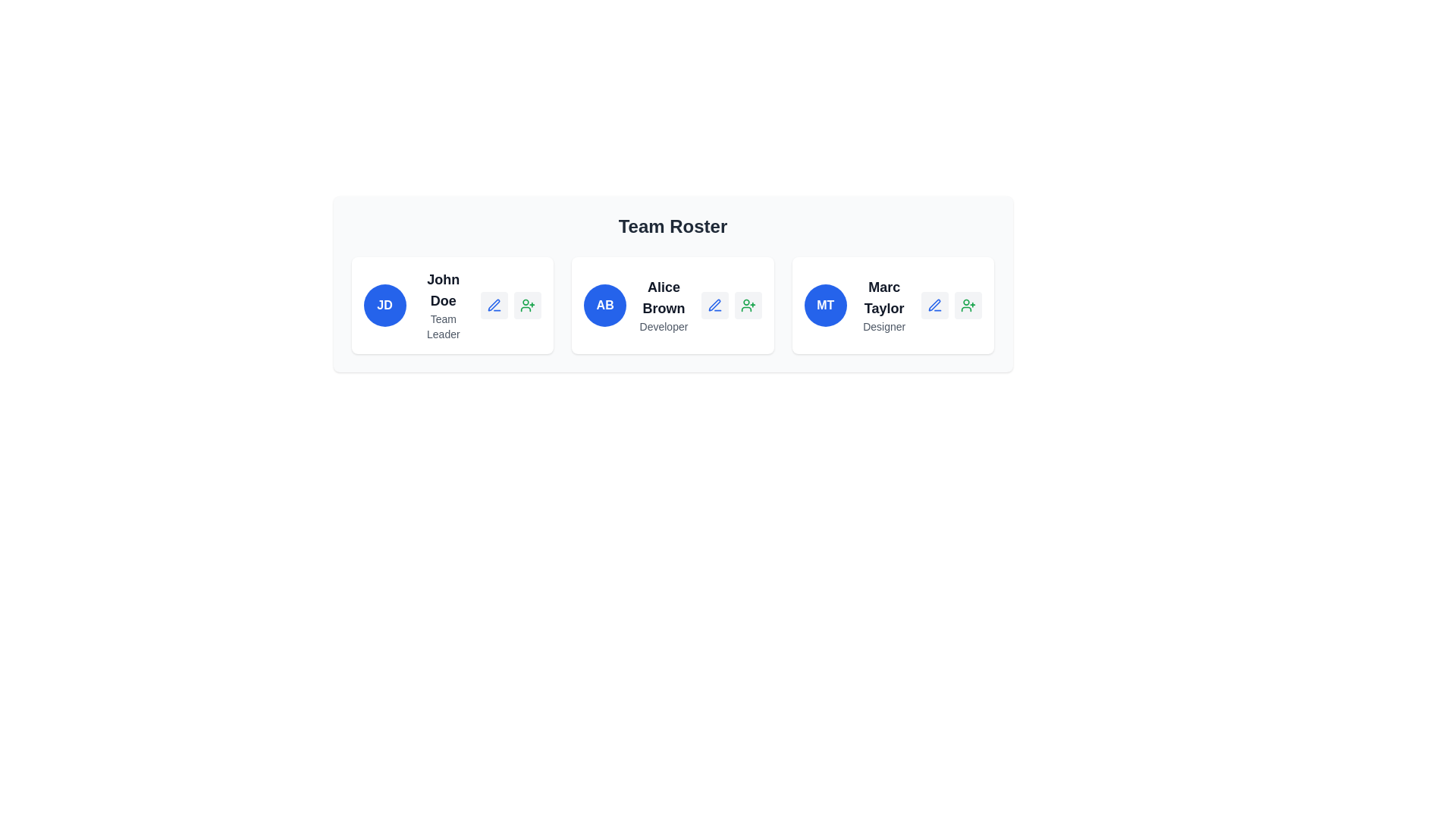 The width and height of the screenshot is (1456, 819). What do you see at coordinates (714, 305) in the screenshot?
I see `the SVG Icon resembling a pen used for editing, located in the card for 'Alice Brown'` at bounding box center [714, 305].